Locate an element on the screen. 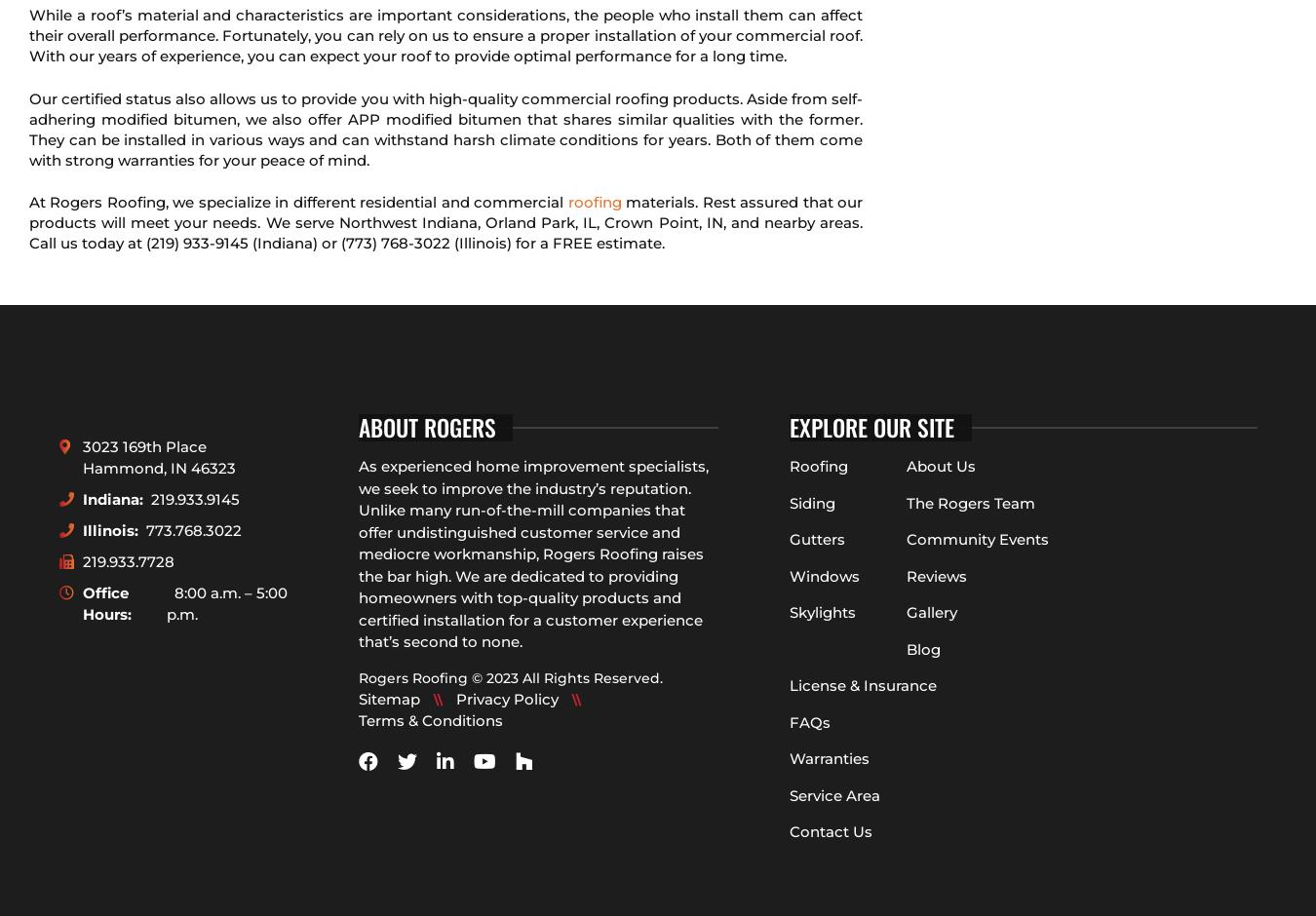  'About Us' is located at coordinates (940, 466).